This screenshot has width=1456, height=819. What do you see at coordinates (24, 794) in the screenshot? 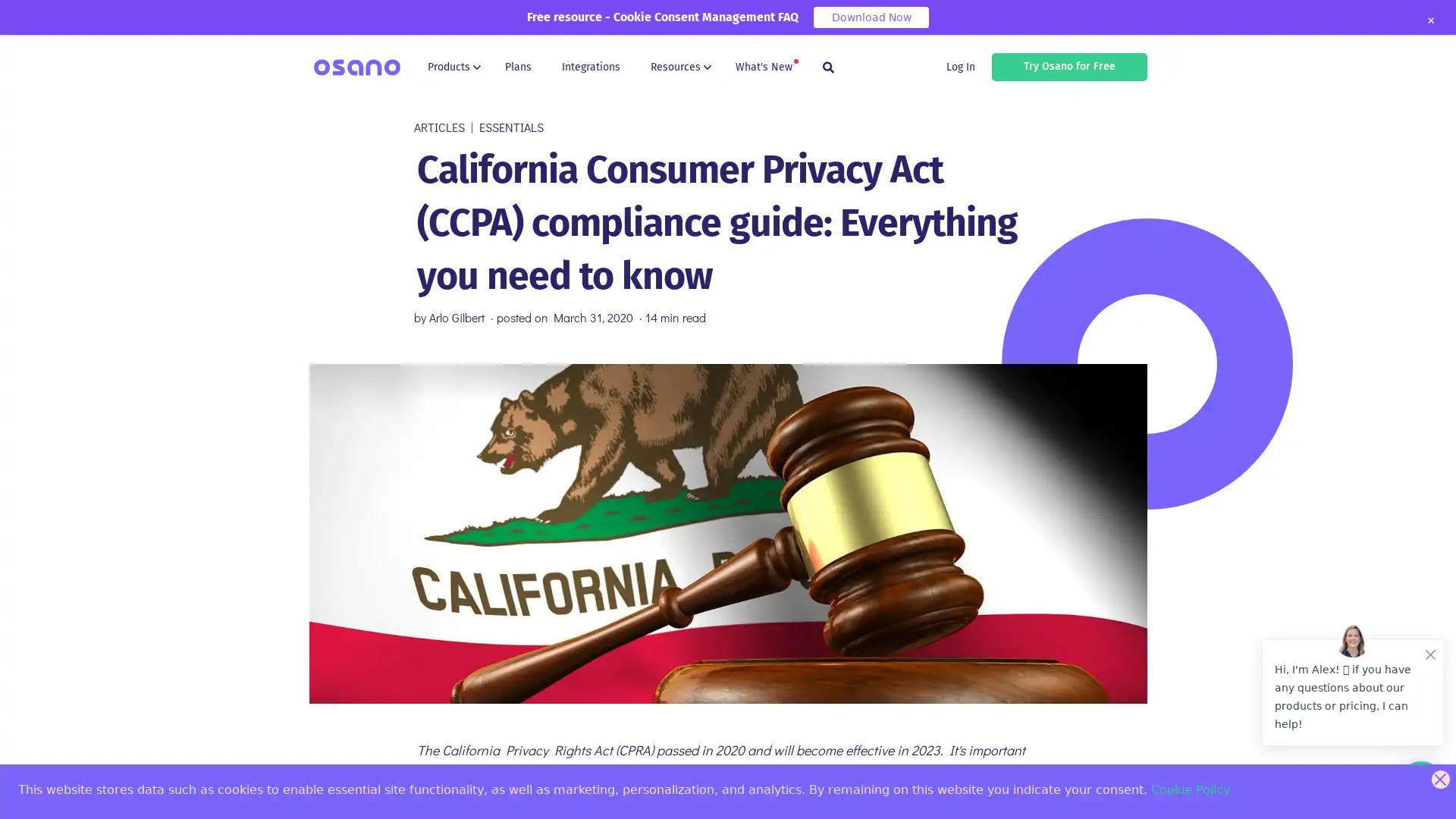
I see `Cookie Preferences` at bounding box center [24, 794].